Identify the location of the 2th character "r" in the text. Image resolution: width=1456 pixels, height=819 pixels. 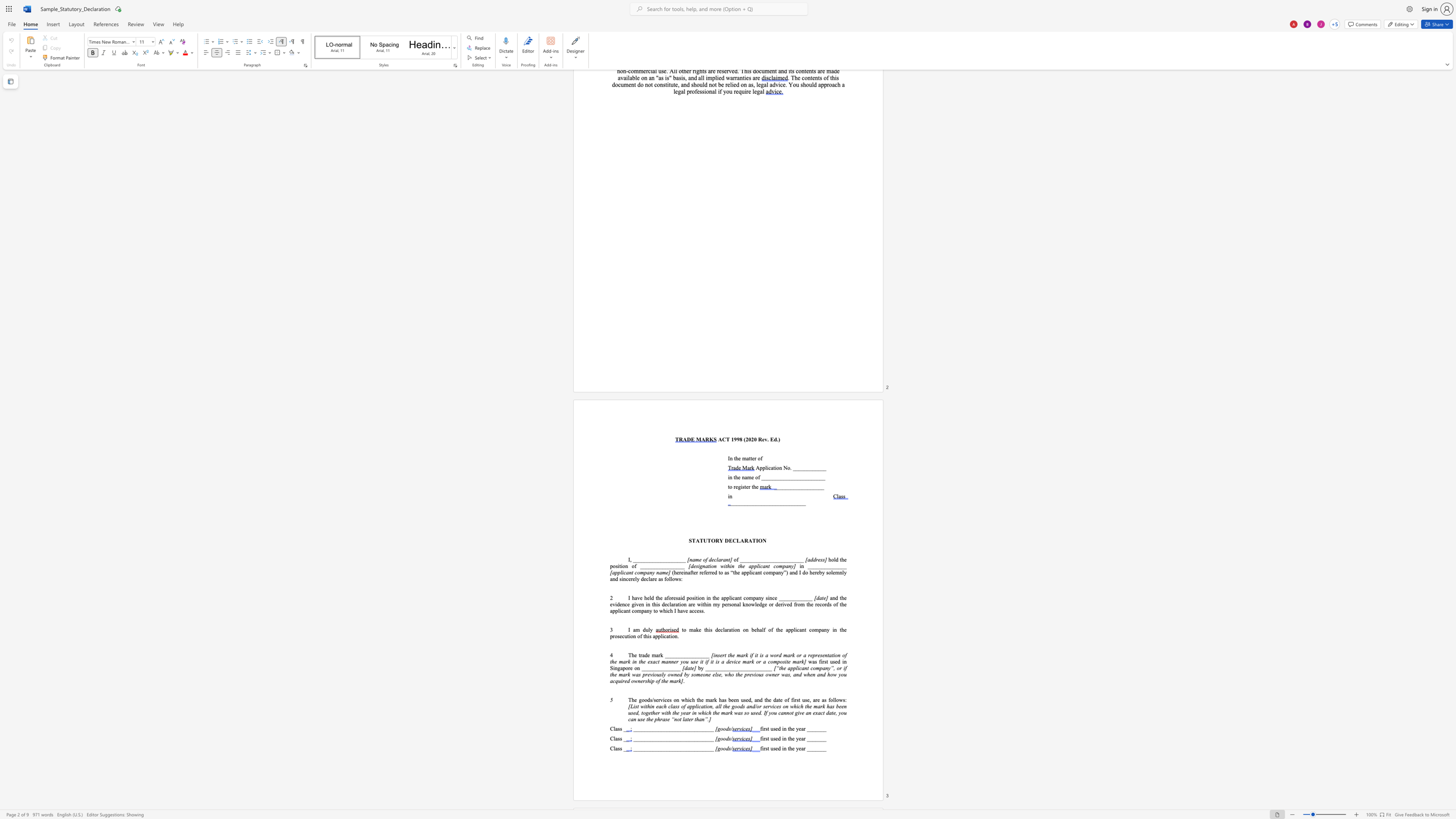
(653, 578).